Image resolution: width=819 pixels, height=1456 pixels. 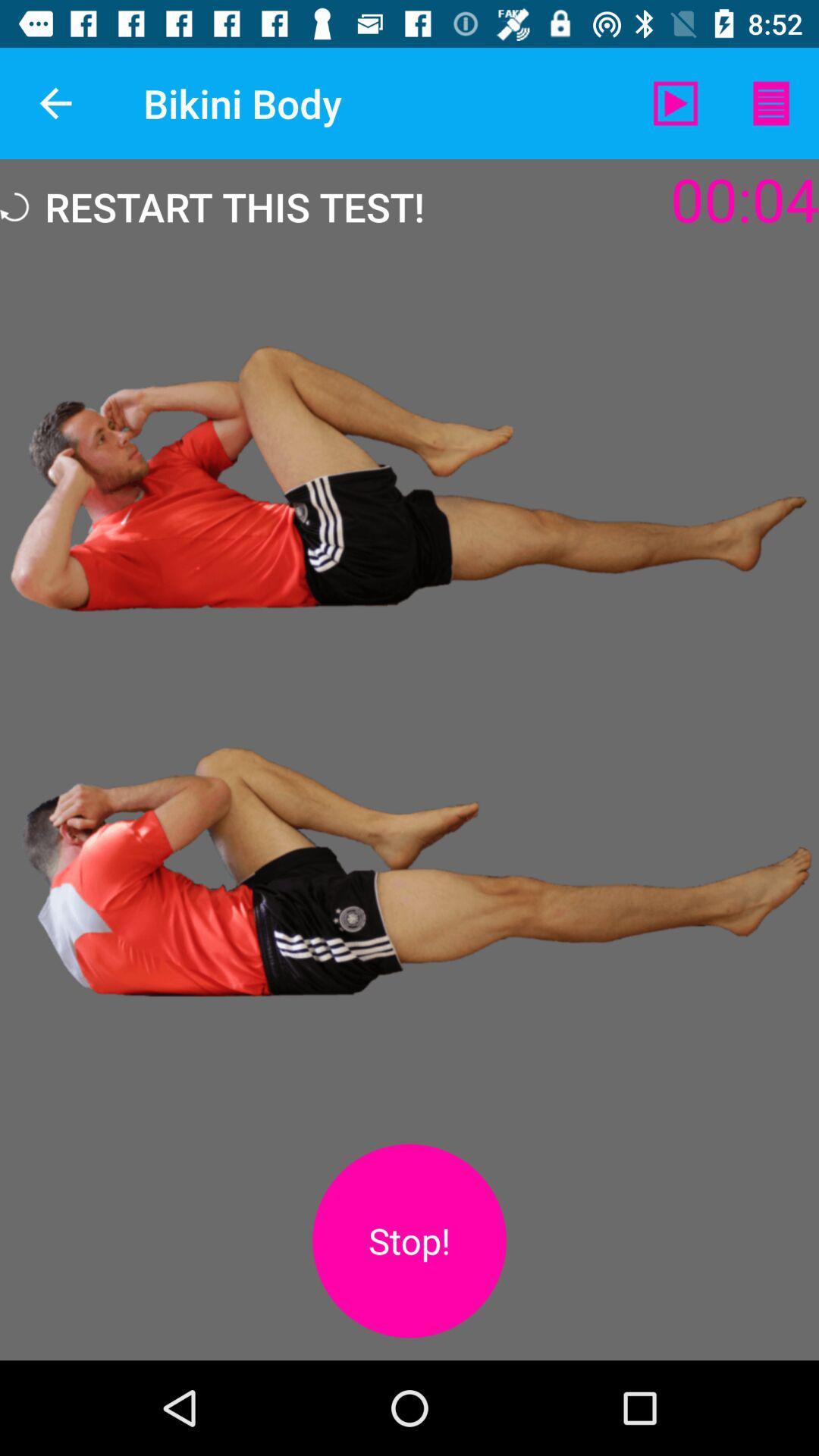 What do you see at coordinates (675, 102) in the screenshot?
I see `the icon to the right of restart this test! item` at bounding box center [675, 102].